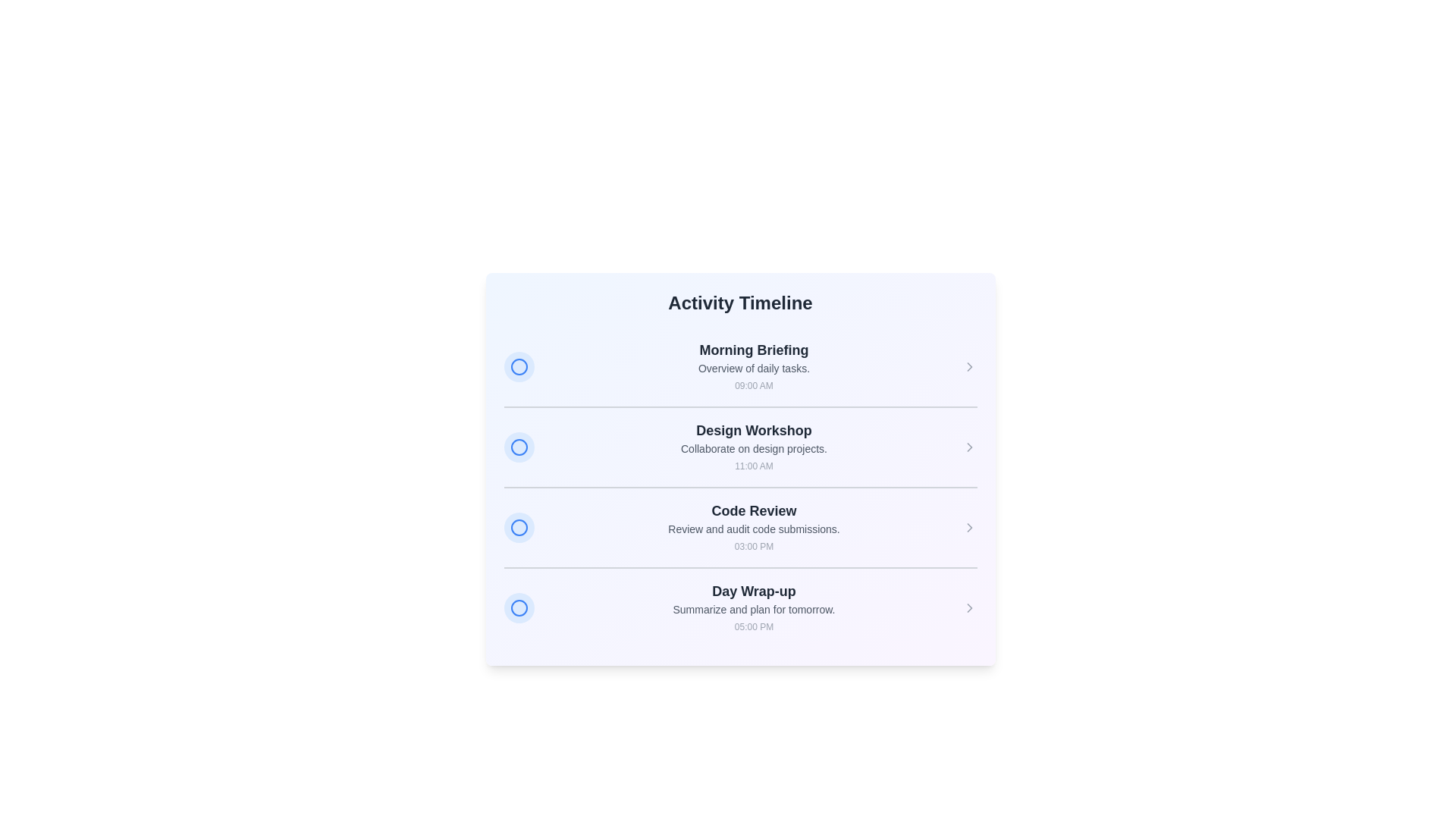 This screenshot has height=819, width=1456. What do you see at coordinates (754, 366) in the screenshot?
I see `the static text display that conveys scheduled activity details for the 'Morning Briefing' event` at bounding box center [754, 366].